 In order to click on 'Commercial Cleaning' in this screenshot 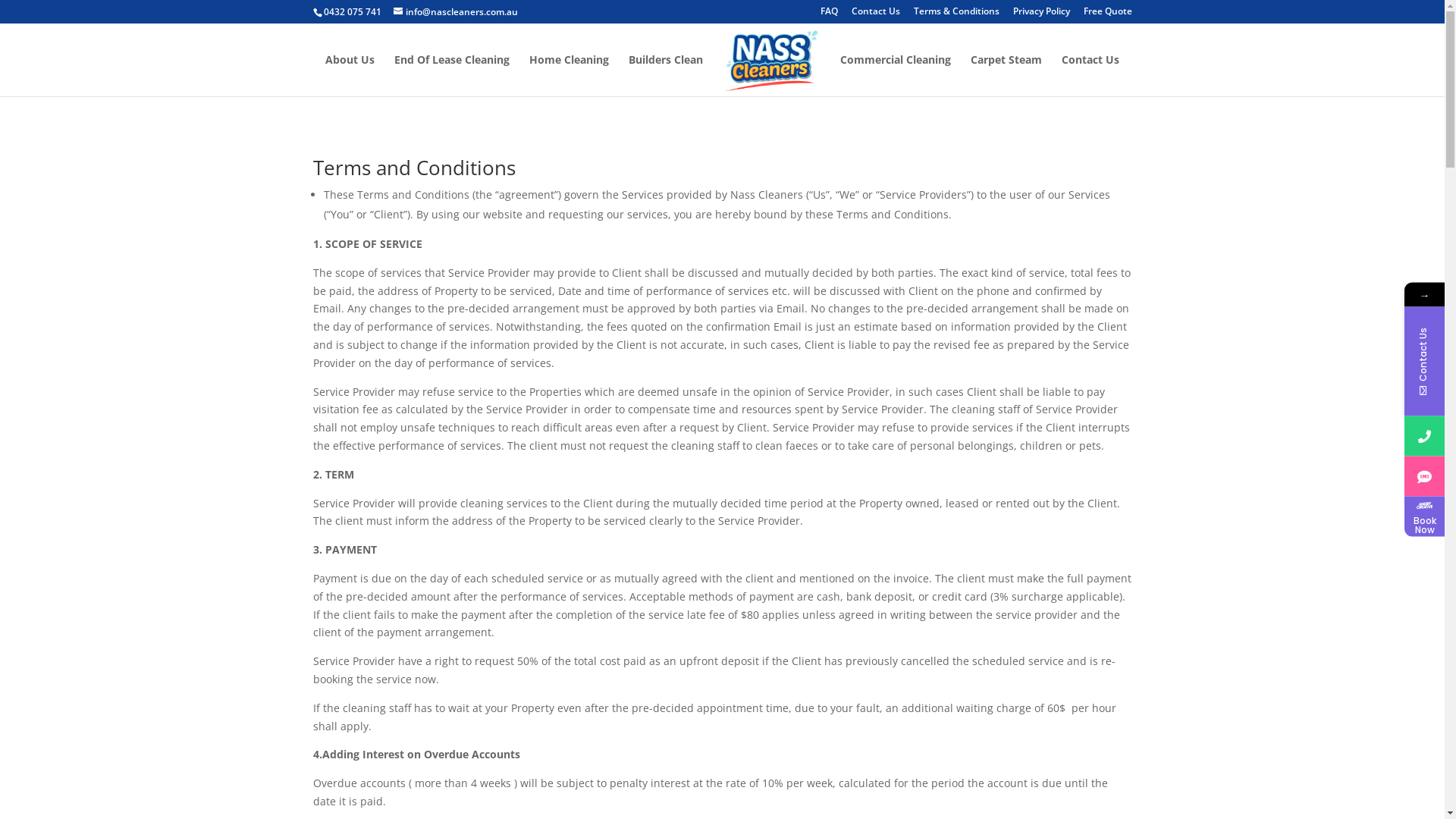, I will do `click(895, 75)`.